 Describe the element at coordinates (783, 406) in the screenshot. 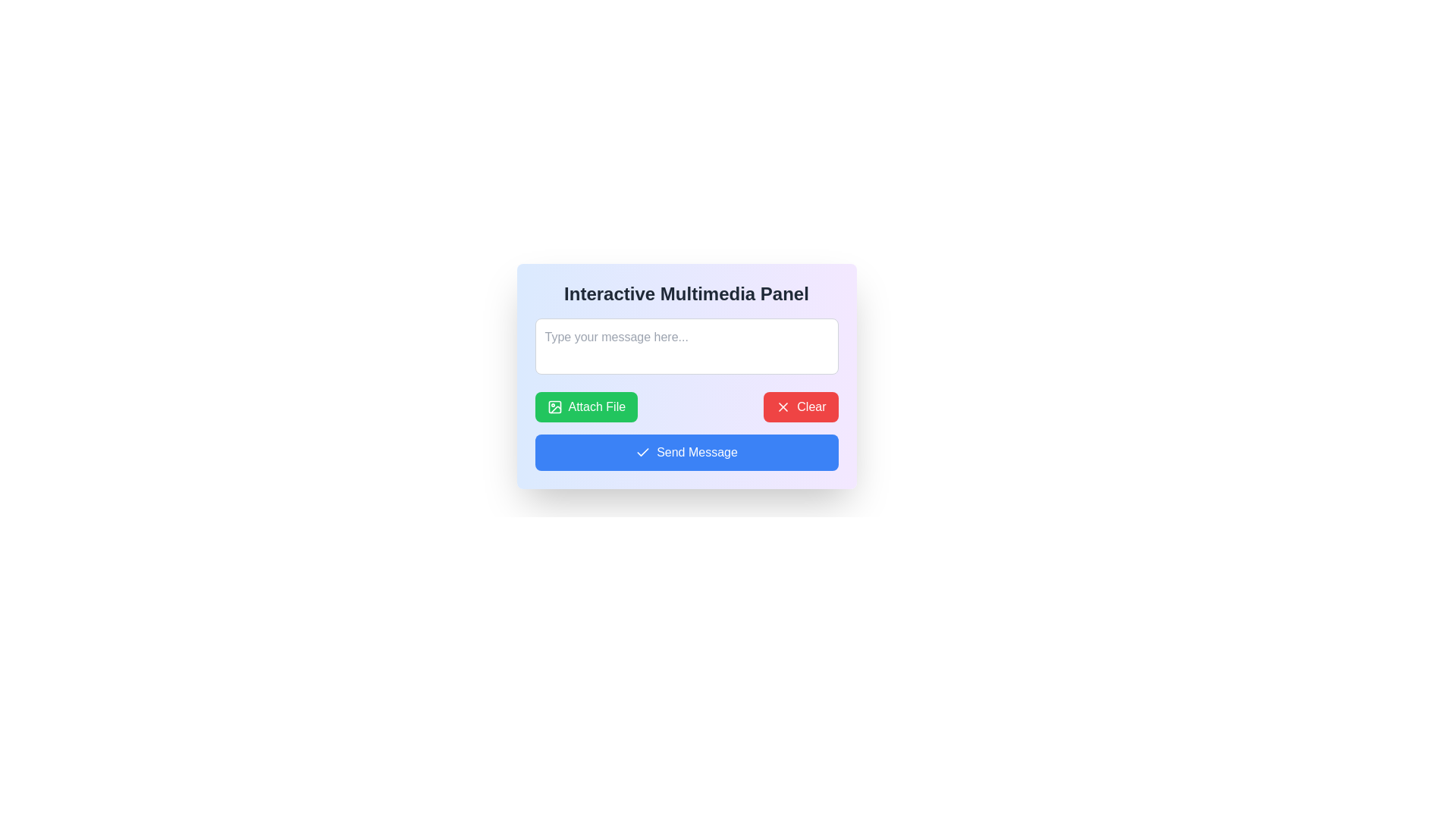

I see `the graphical cross icon in the top-right corner of the interactive panel` at that location.